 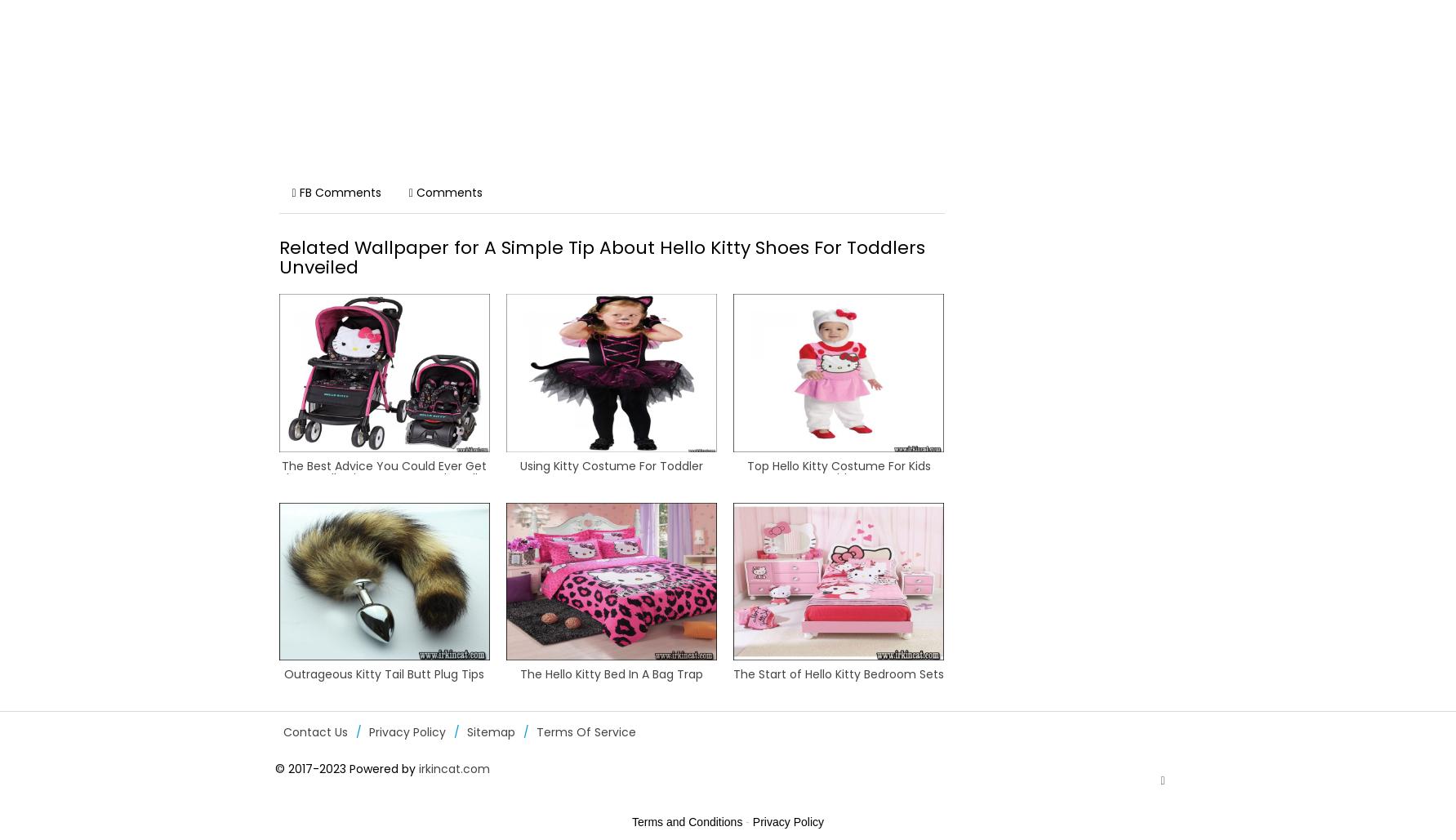 I want to click on 'The Best Advice You Could Ever Get About Hello Kitty Carseat And Stroller', so click(x=384, y=470).